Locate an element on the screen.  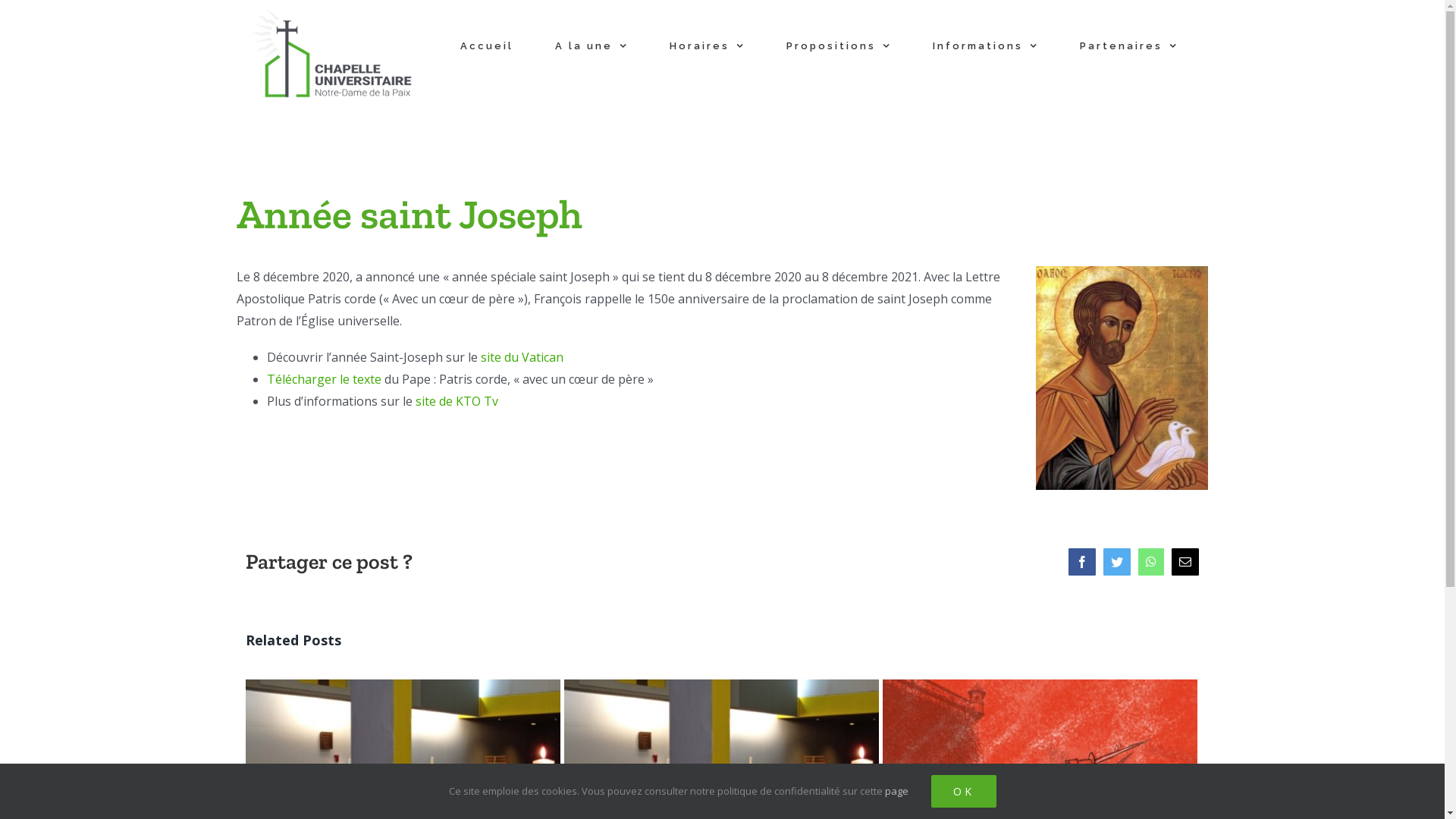
'Partenaires' is located at coordinates (1128, 45).